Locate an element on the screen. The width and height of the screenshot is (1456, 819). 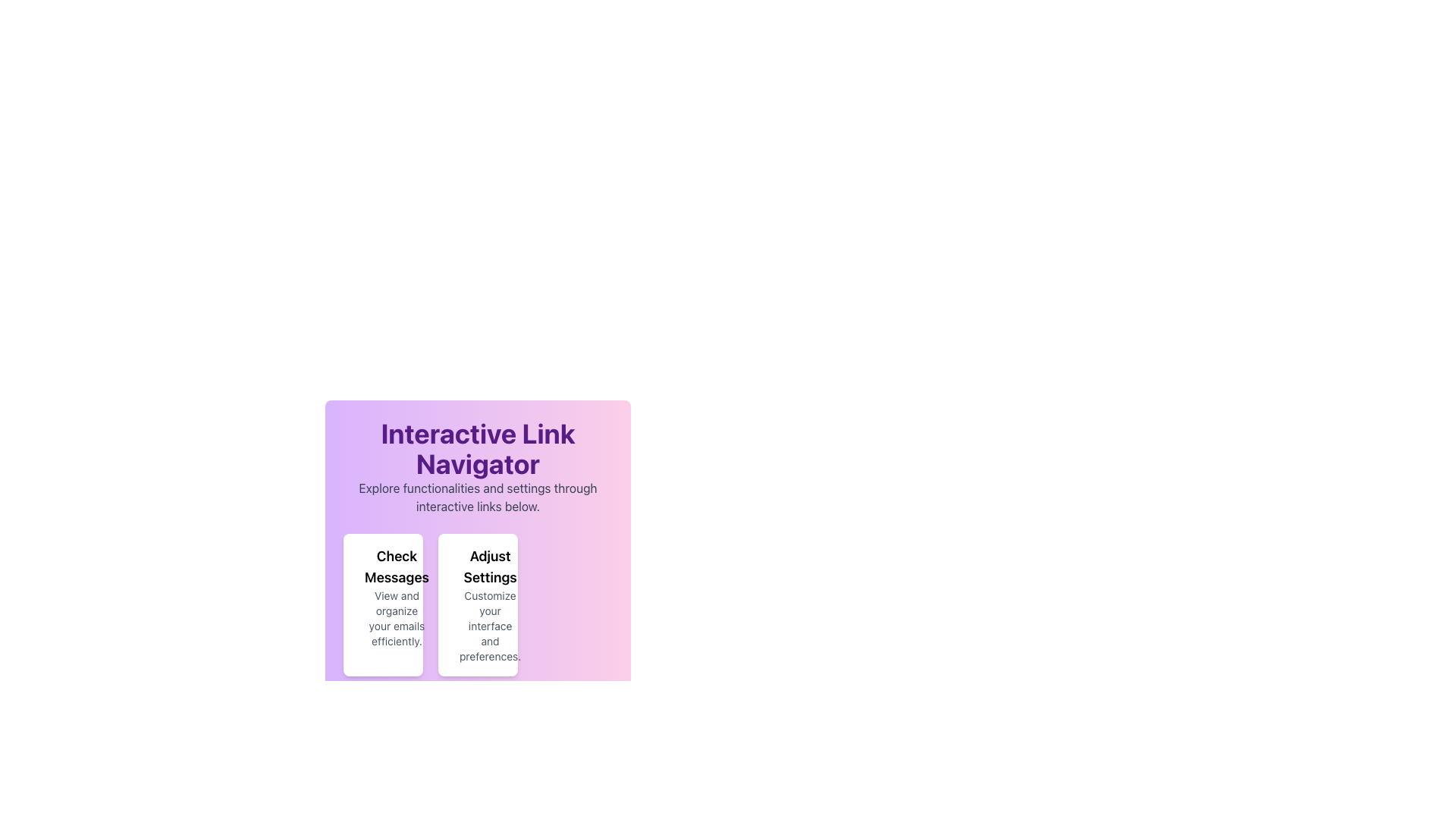
the Information Panel, which is the second item from the left in the horizontal layout below the heading 'Interactive Link Navigator' is located at coordinates (477, 604).